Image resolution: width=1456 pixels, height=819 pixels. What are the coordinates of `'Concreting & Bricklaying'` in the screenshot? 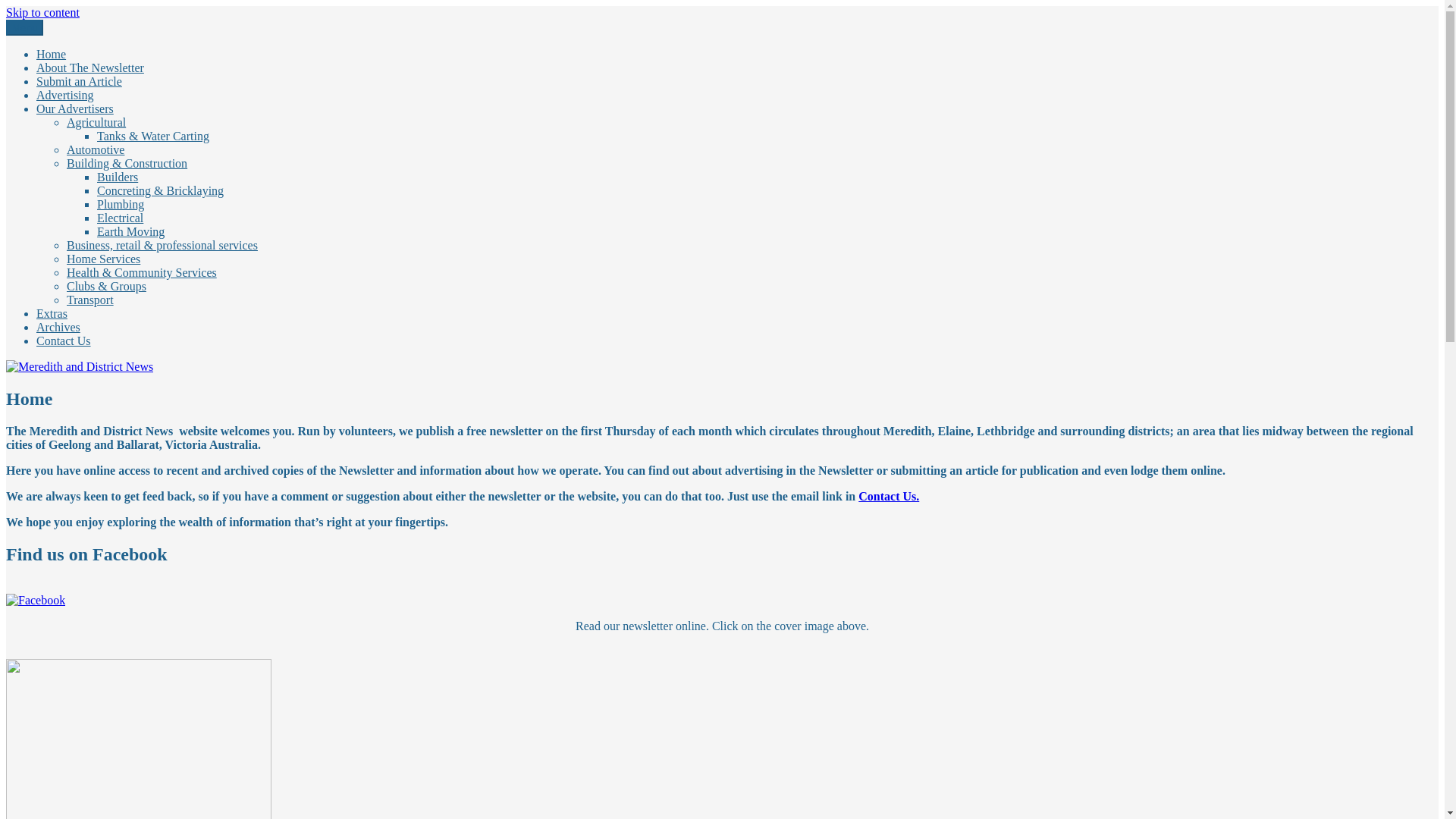 It's located at (160, 190).